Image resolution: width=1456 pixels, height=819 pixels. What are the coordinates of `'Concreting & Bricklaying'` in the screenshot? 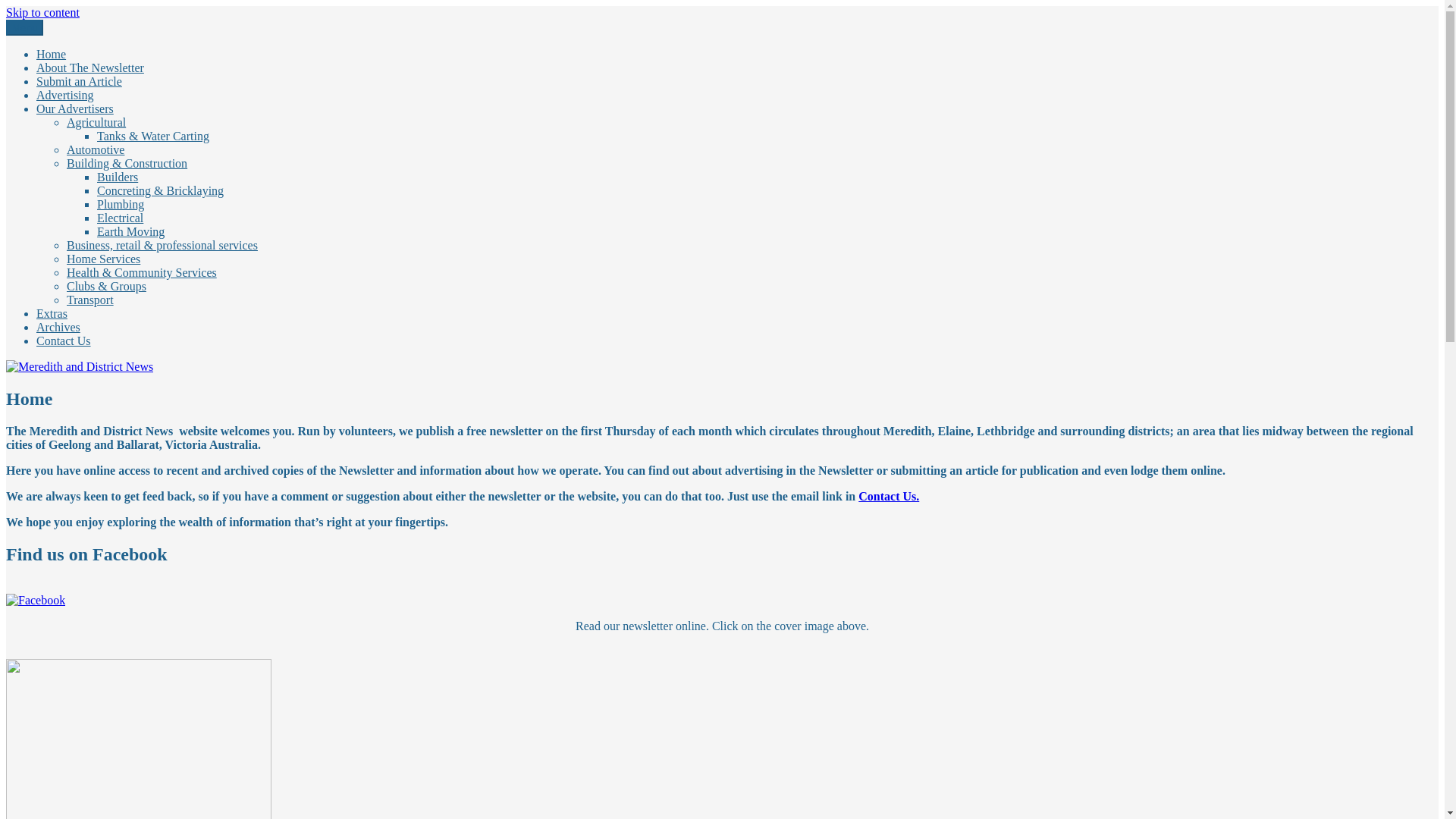 It's located at (160, 190).